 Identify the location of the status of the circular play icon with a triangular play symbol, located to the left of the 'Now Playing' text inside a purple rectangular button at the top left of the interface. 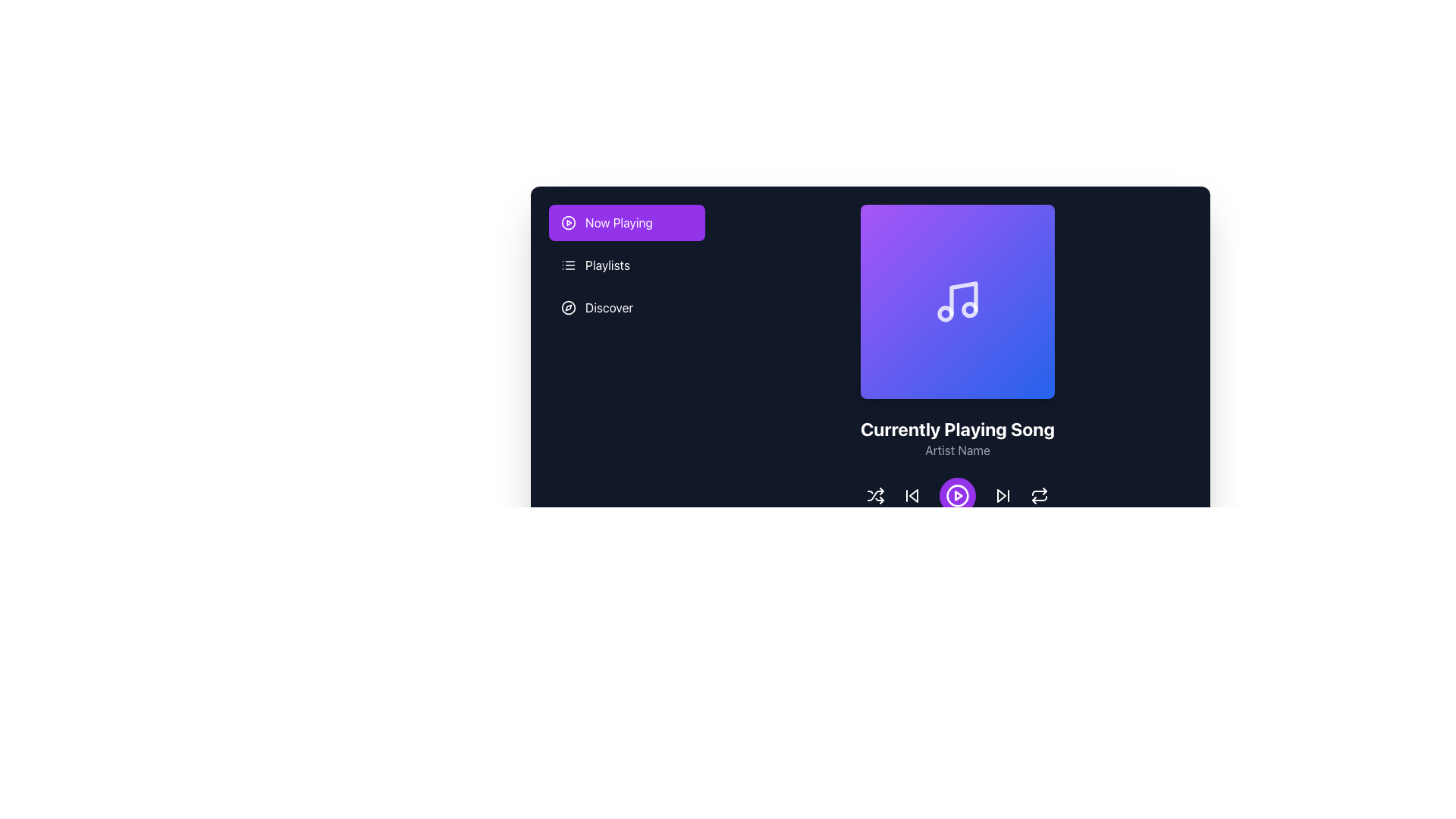
(567, 222).